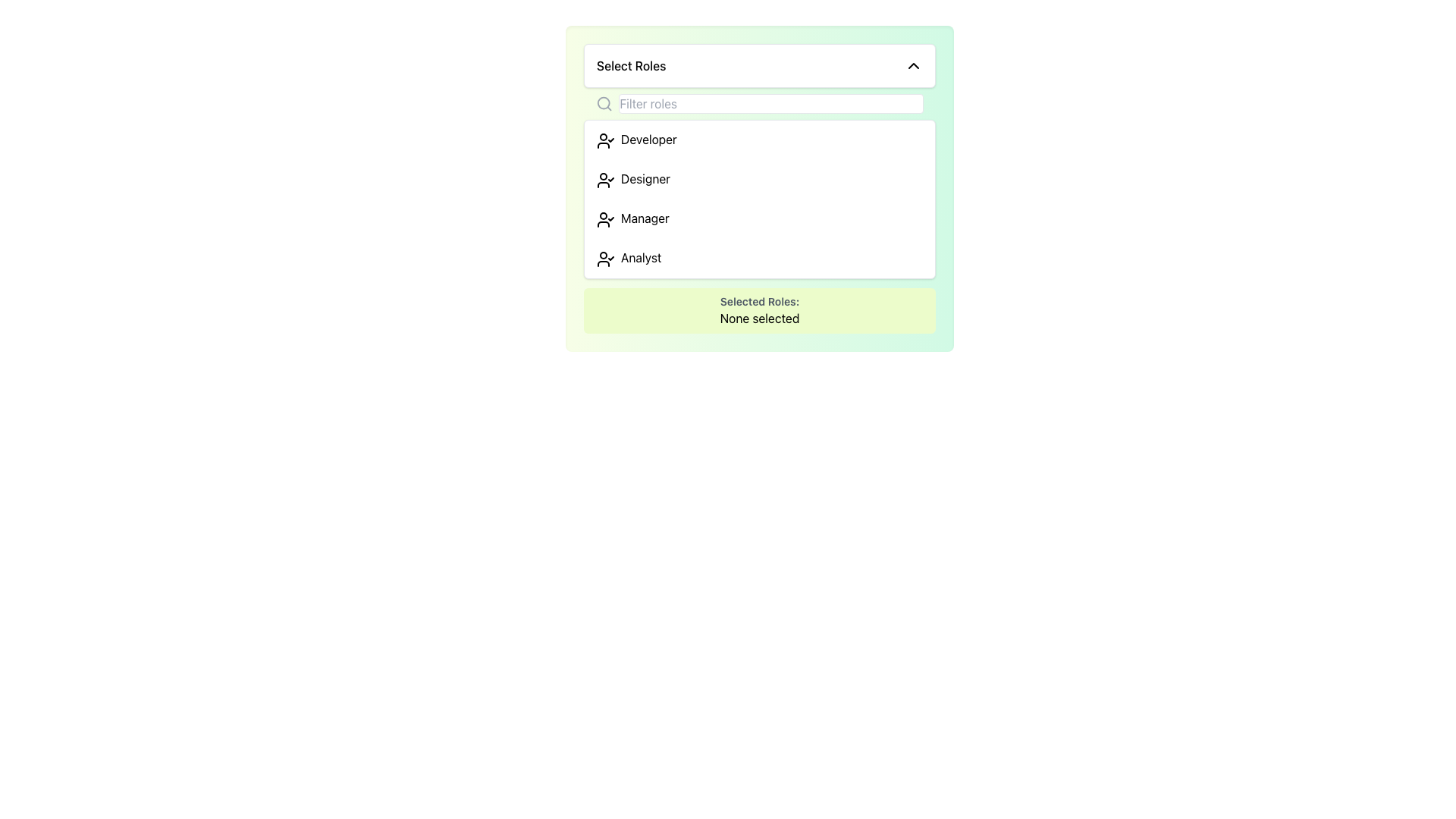 Image resolution: width=1456 pixels, height=819 pixels. What do you see at coordinates (629, 257) in the screenshot?
I see `the 'Analyst' text label in the dropdown list of roles` at bounding box center [629, 257].